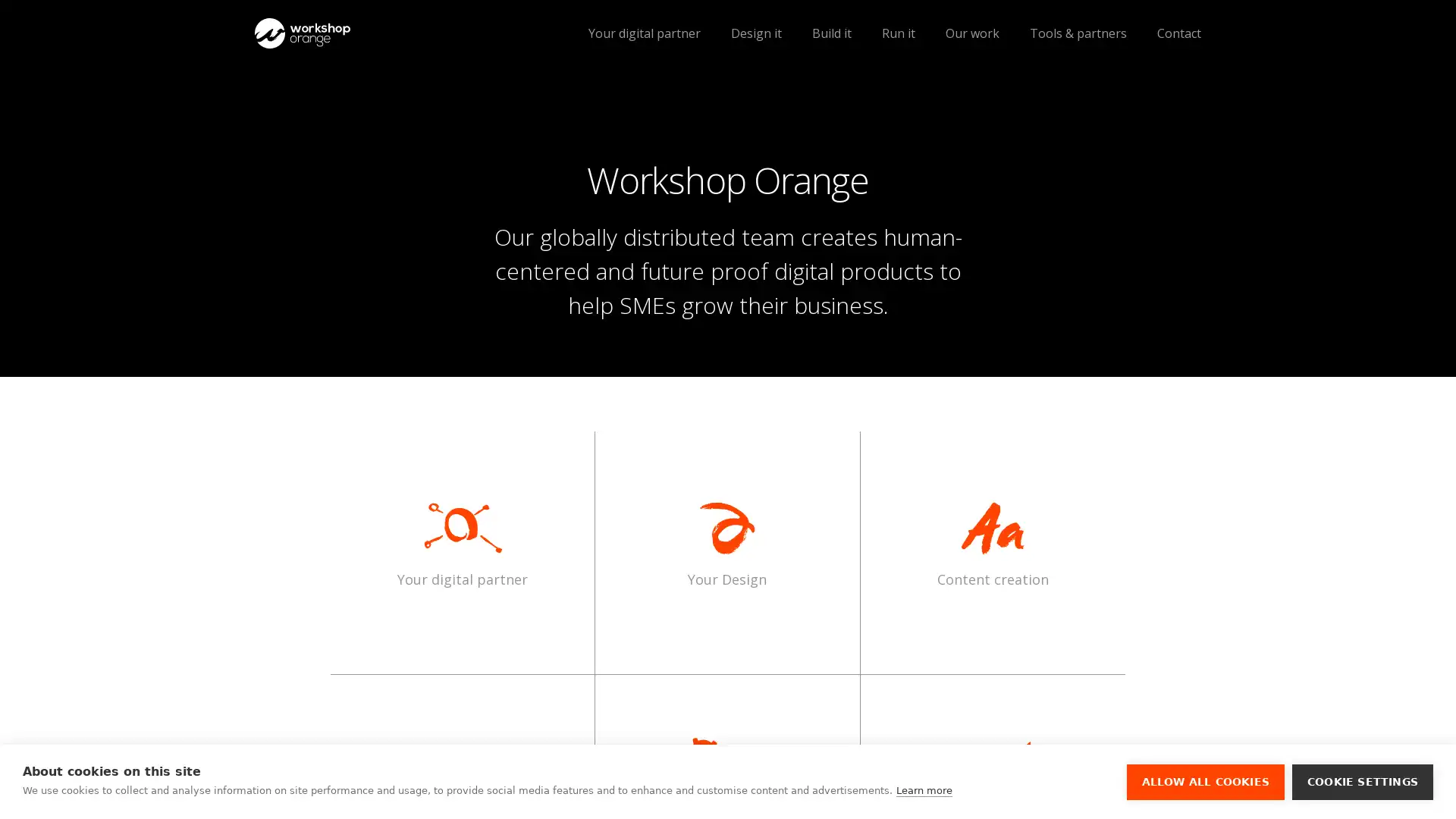 The width and height of the screenshot is (1456, 819). I want to click on Hosting & infrastructure, so click(374, 99).